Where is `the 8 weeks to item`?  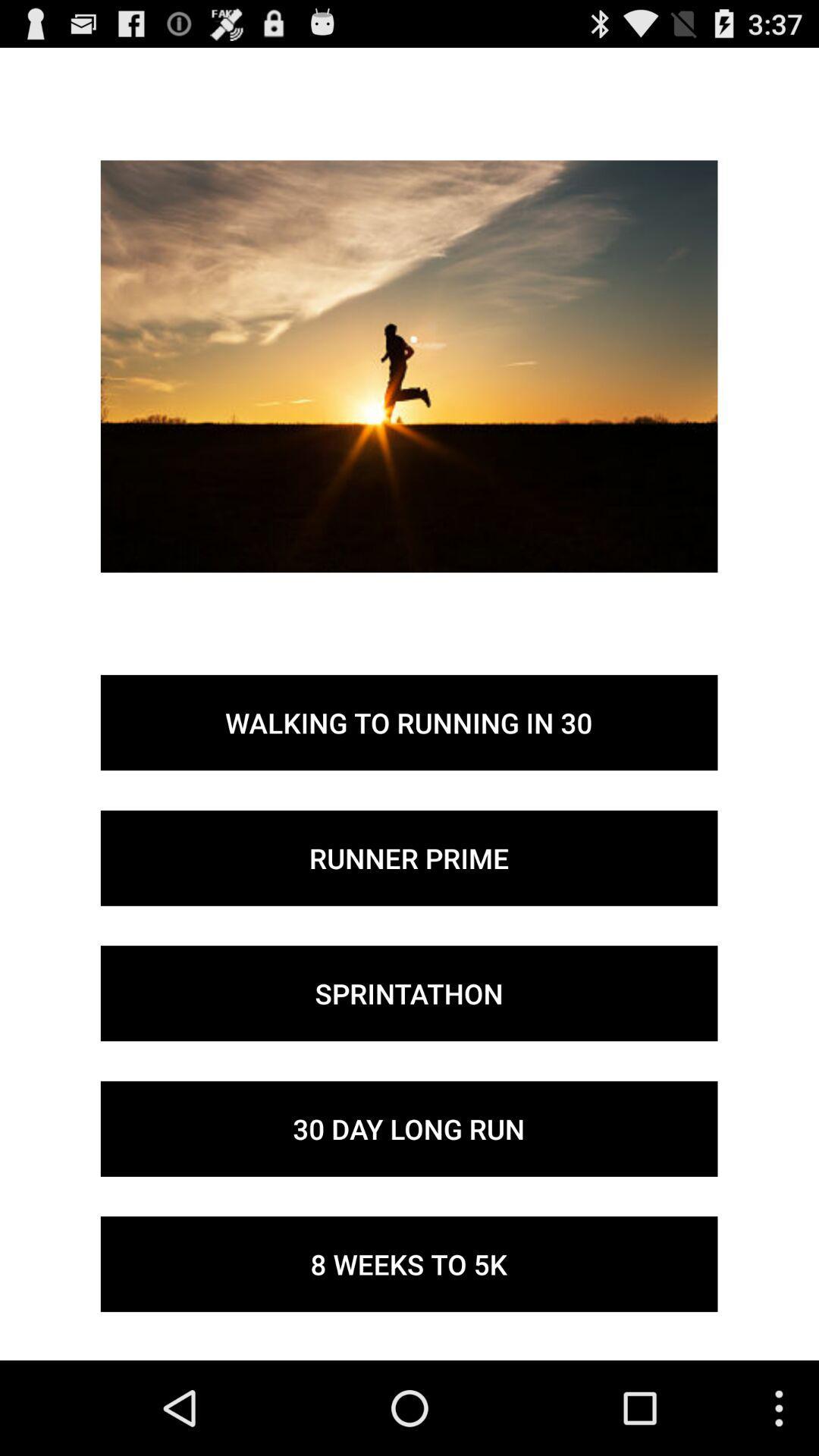
the 8 weeks to item is located at coordinates (408, 1264).